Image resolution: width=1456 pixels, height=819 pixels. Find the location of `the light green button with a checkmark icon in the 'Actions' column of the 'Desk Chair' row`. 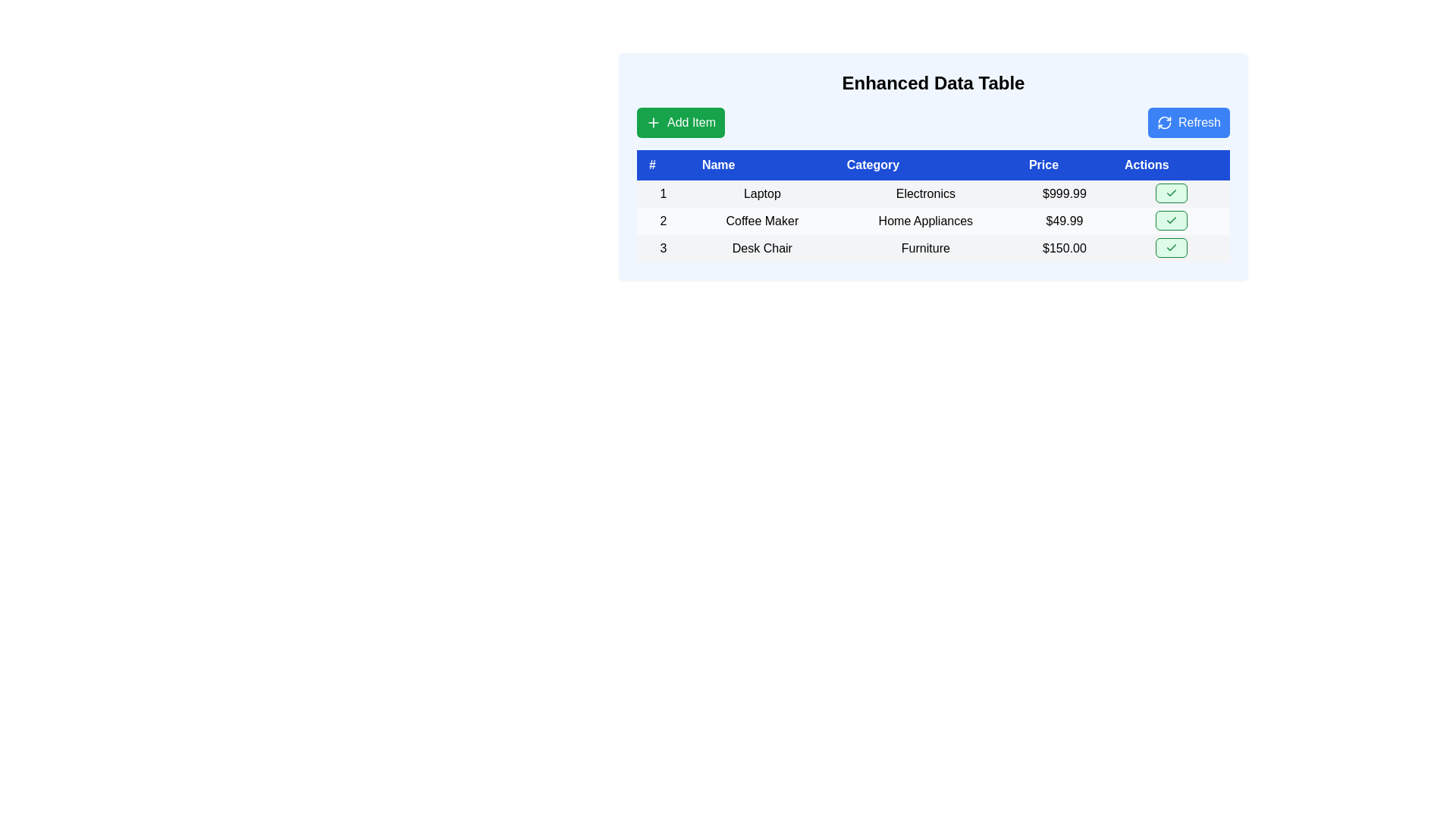

the light green button with a checkmark icon in the 'Actions' column of the 'Desk Chair' row is located at coordinates (1170, 247).